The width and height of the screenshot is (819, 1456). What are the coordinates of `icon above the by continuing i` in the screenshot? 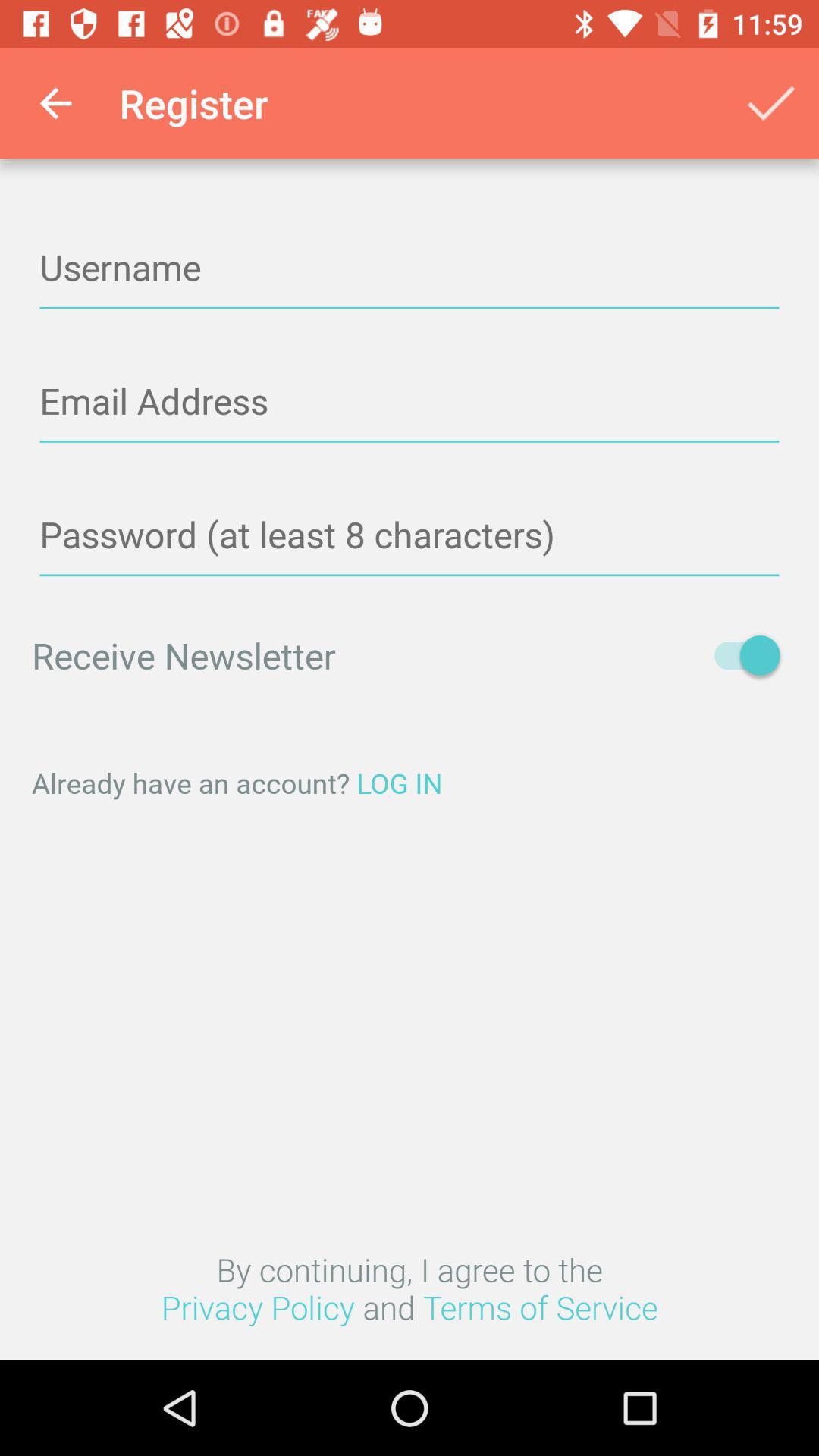 It's located at (409, 783).